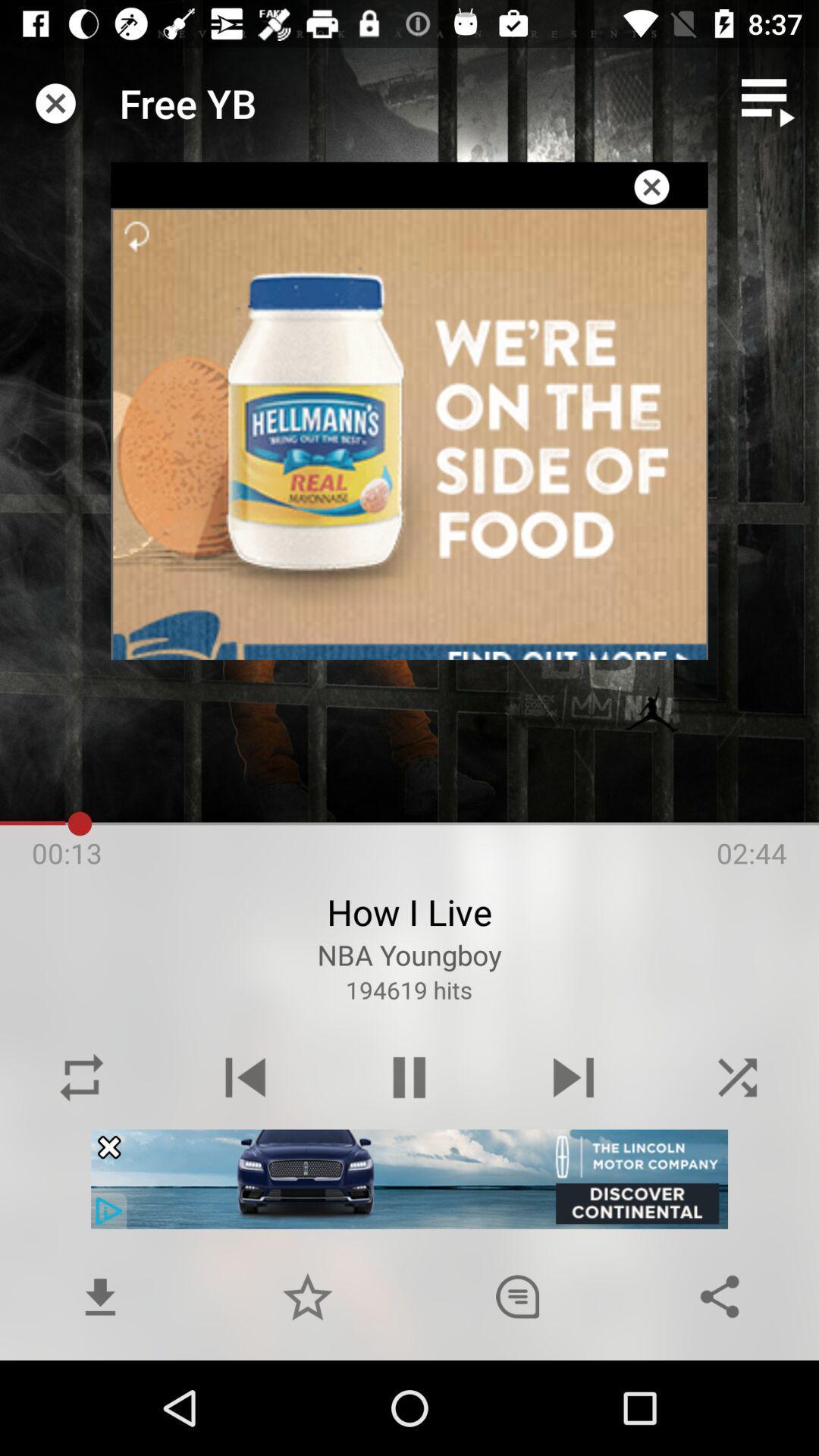 The width and height of the screenshot is (819, 1456). I want to click on the skip_next icon, so click(573, 1077).